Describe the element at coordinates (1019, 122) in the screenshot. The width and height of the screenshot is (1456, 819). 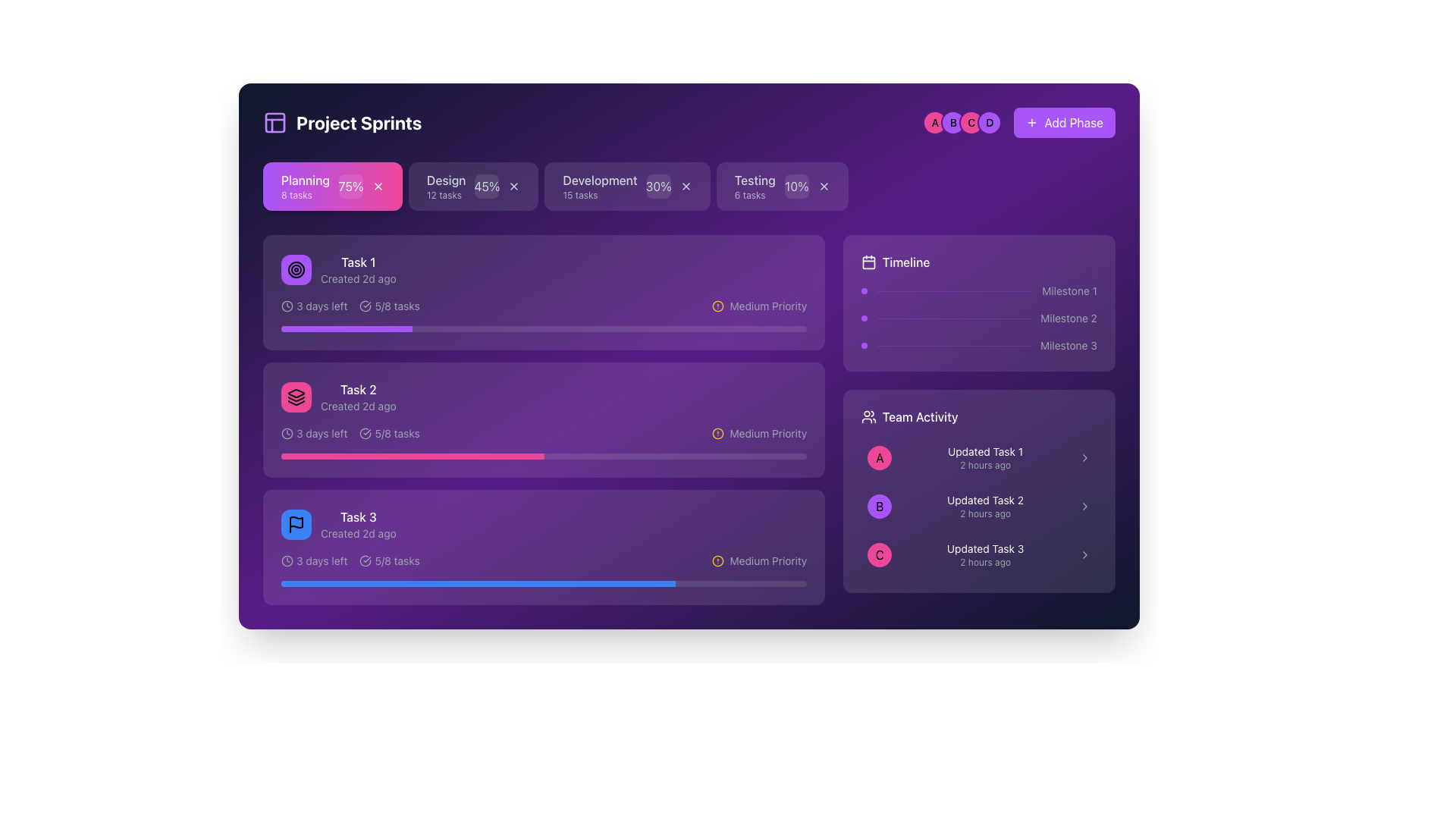
I see `the 'Add Phase' button with a purple background and white text, located at the top-right area of the main interface` at that location.